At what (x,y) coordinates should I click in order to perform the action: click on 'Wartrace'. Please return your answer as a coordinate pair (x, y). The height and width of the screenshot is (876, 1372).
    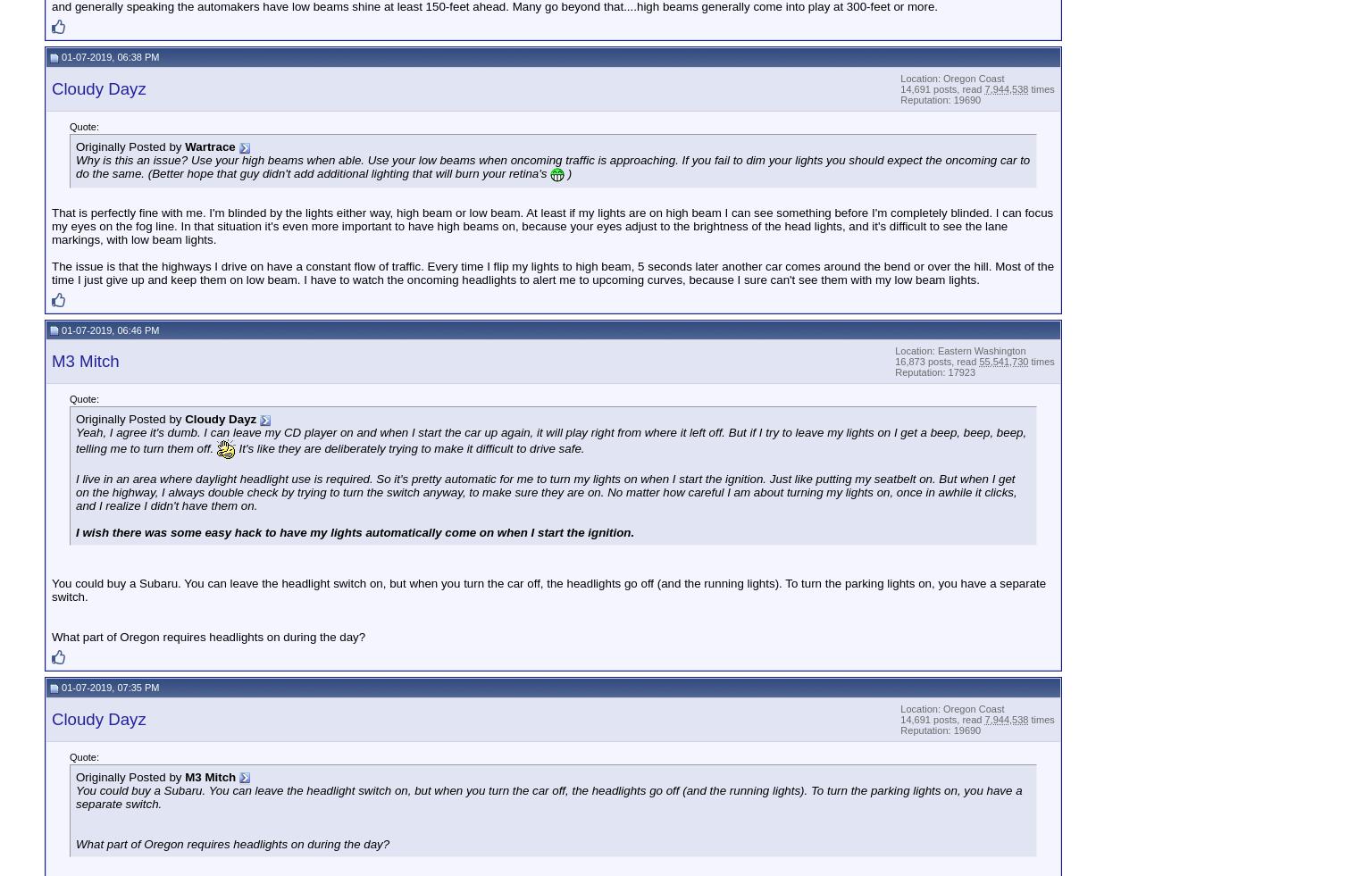
    Looking at the image, I should click on (209, 146).